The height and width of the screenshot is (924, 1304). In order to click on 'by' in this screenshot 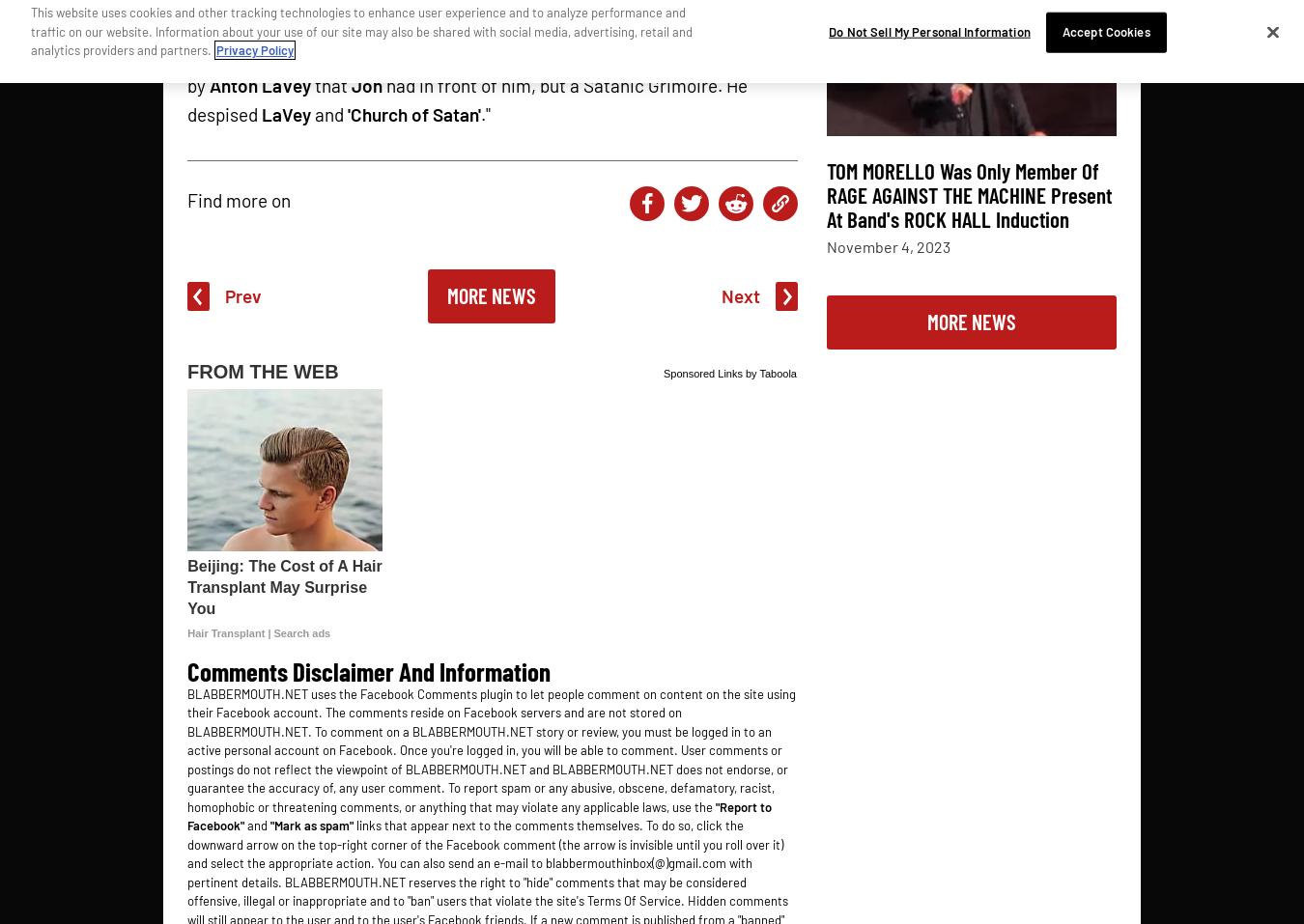, I will do `click(198, 83)`.